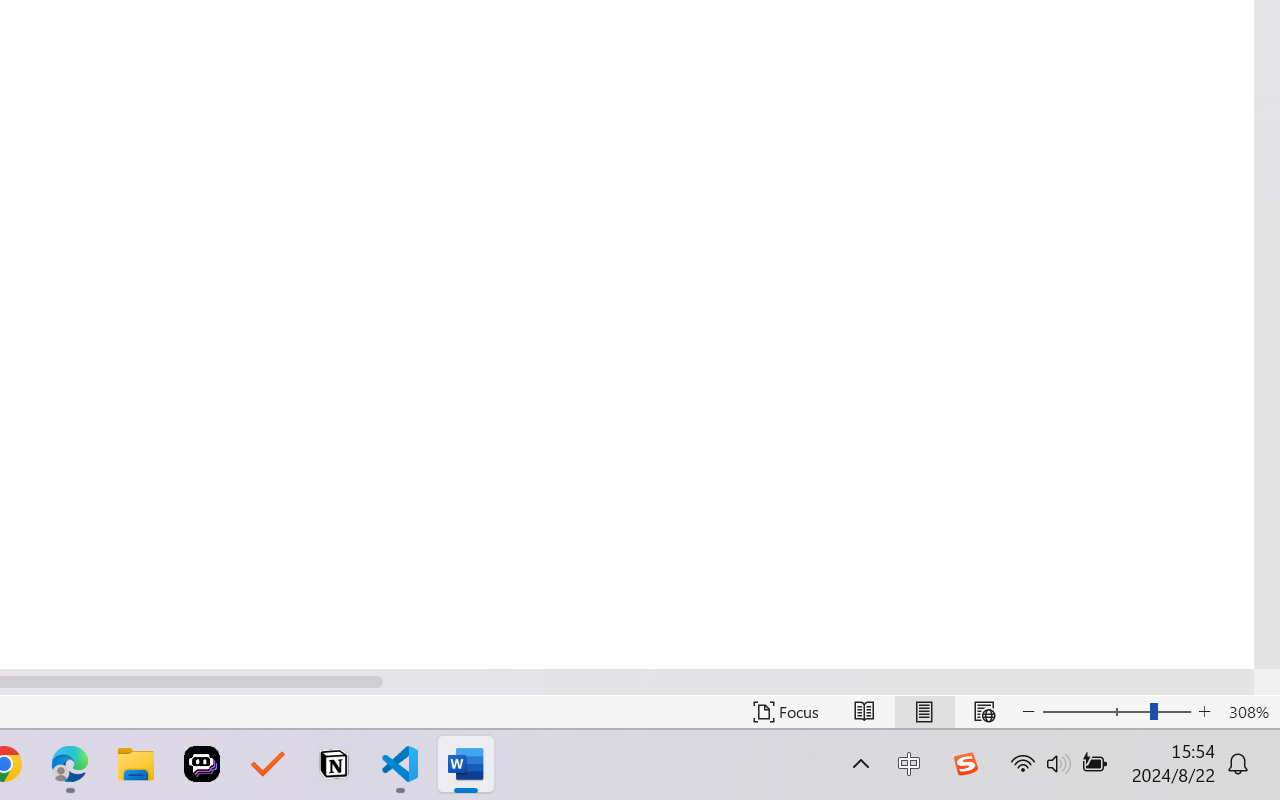 The width and height of the screenshot is (1280, 800). Describe the element at coordinates (965, 764) in the screenshot. I see `'Class: Image'` at that location.